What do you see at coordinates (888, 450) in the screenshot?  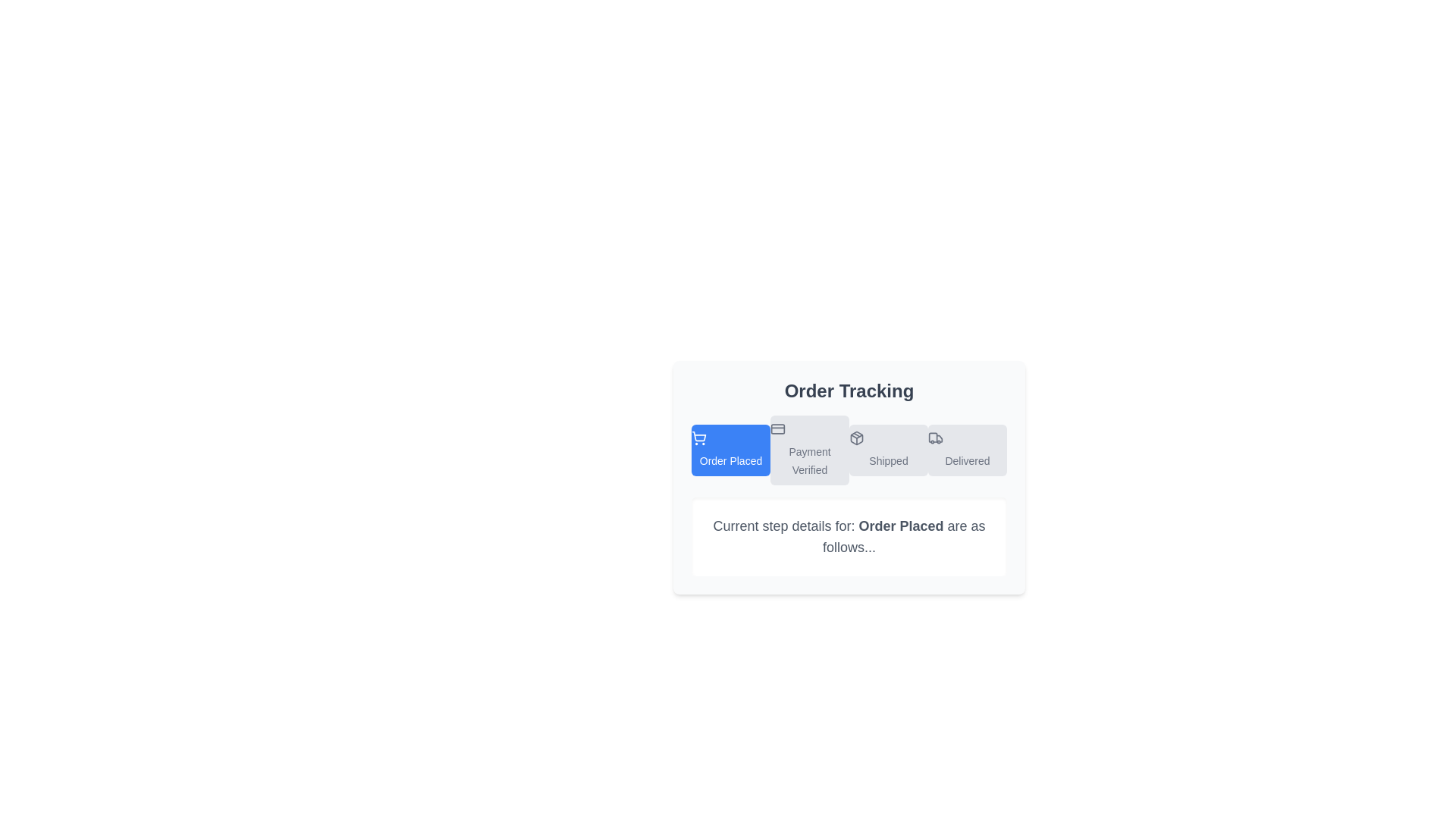 I see `the 'Shipped' button in the Order Tracking progress bar` at bounding box center [888, 450].